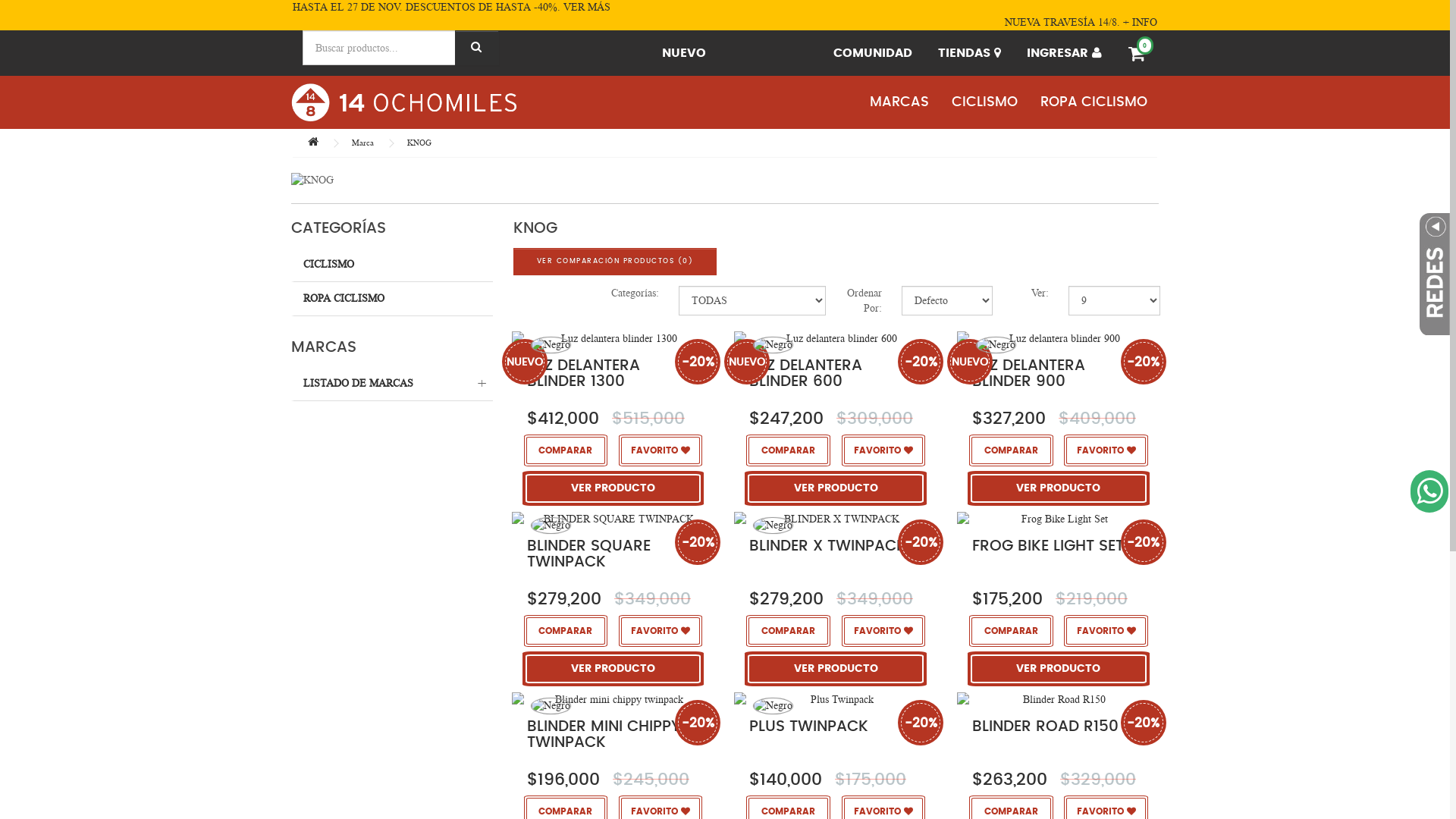 The height and width of the screenshot is (819, 1456). I want to click on 'KNOG', so click(419, 143).